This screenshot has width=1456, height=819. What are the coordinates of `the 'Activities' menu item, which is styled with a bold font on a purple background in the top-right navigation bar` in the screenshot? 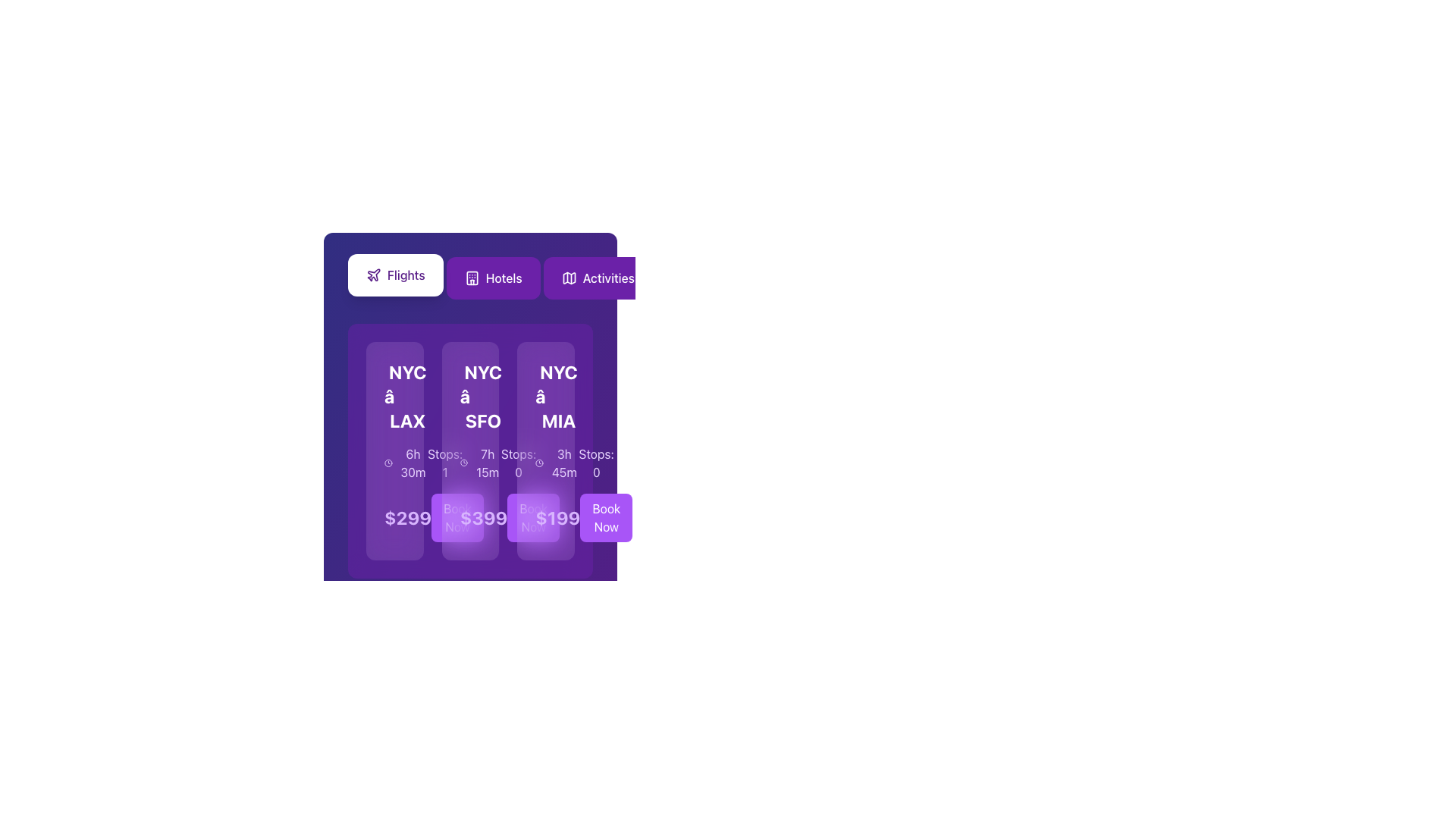 It's located at (608, 278).